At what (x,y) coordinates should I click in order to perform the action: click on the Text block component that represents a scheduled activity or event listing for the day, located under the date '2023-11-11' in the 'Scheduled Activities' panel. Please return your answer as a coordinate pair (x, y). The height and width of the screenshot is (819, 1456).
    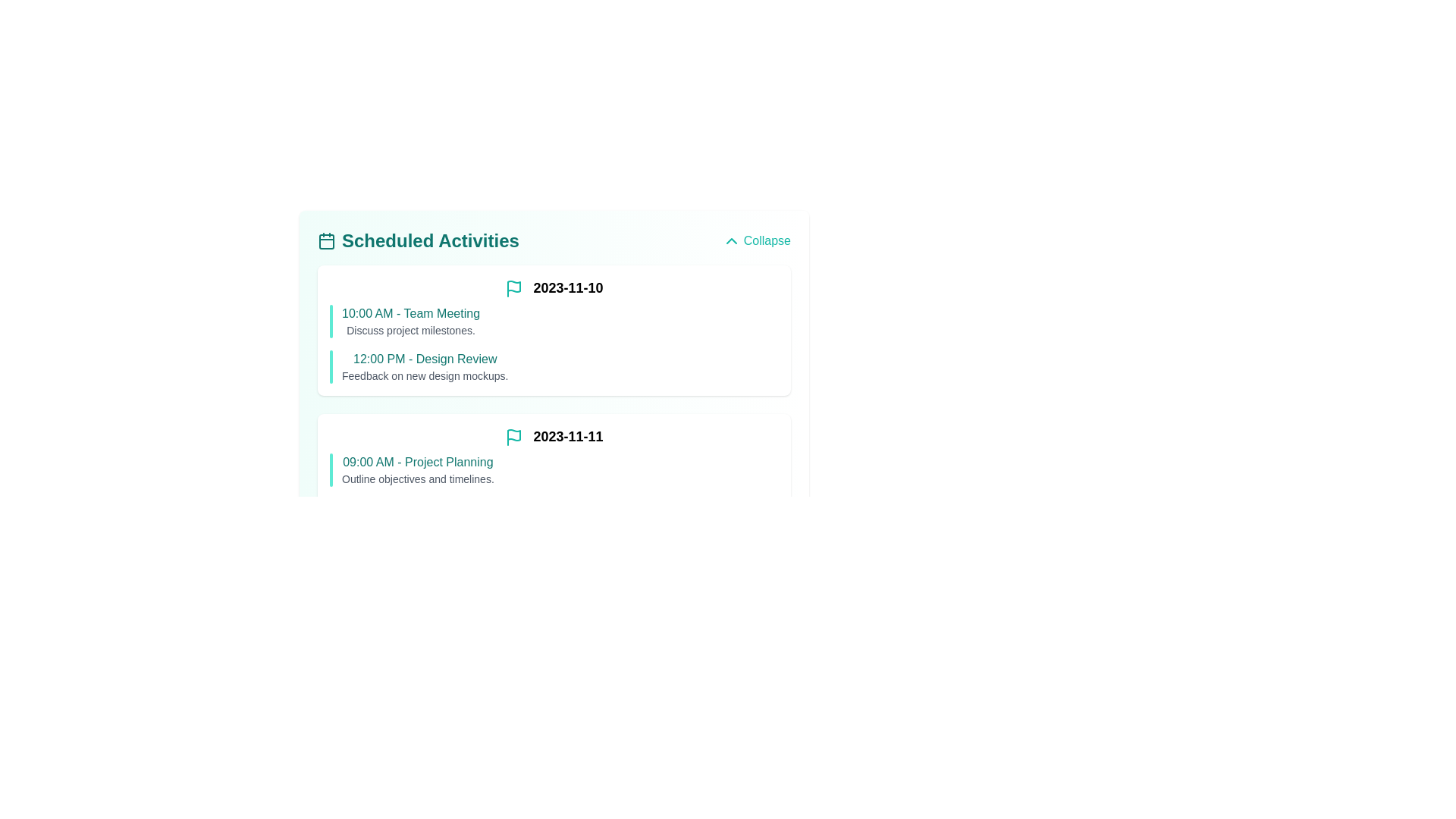
    Looking at the image, I should click on (418, 469).